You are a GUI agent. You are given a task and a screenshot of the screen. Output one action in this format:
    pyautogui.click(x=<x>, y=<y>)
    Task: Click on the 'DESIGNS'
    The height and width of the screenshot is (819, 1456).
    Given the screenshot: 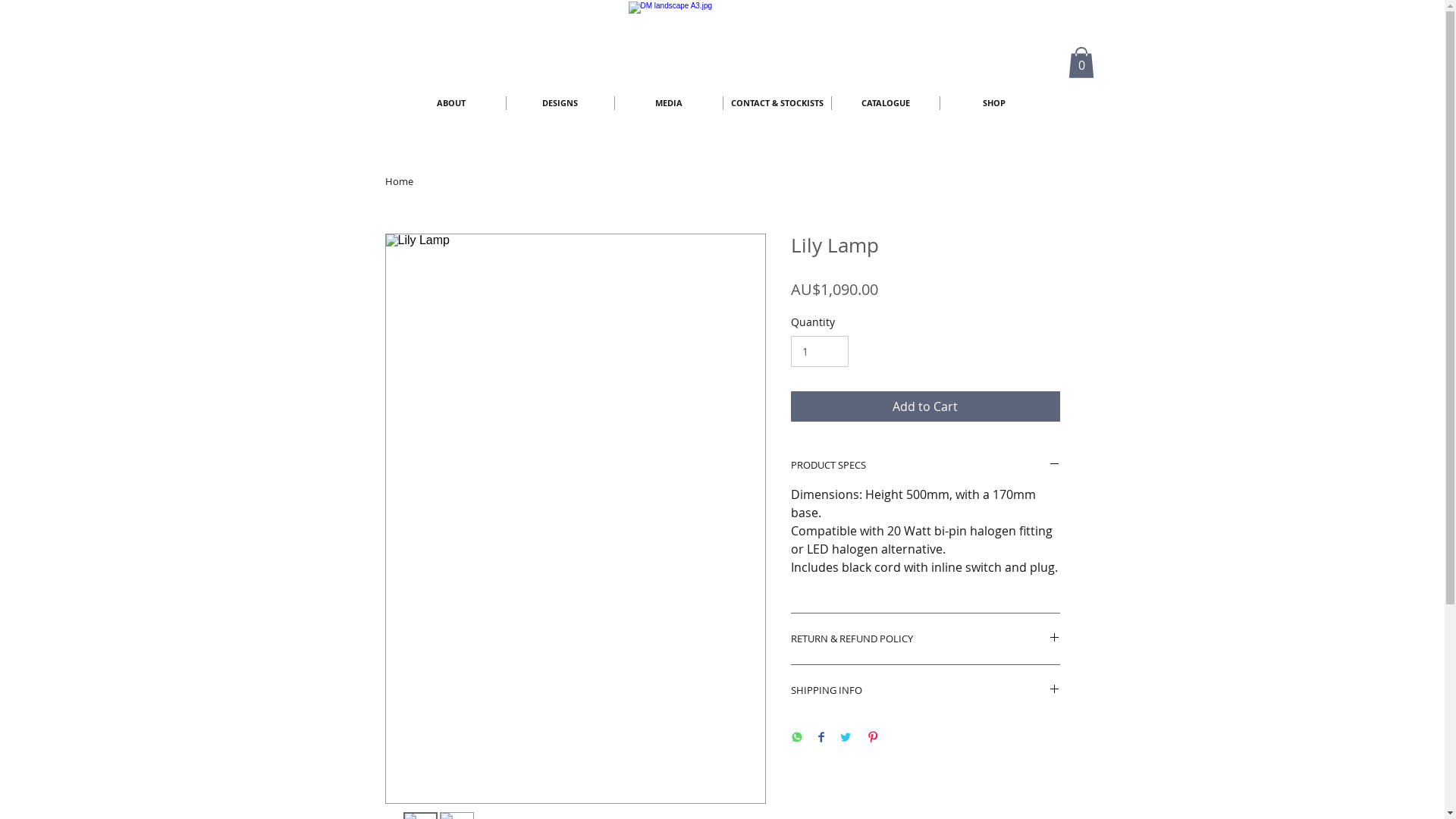 What is the action you would take?
    pyautogui.click(x=506, y=102)
    